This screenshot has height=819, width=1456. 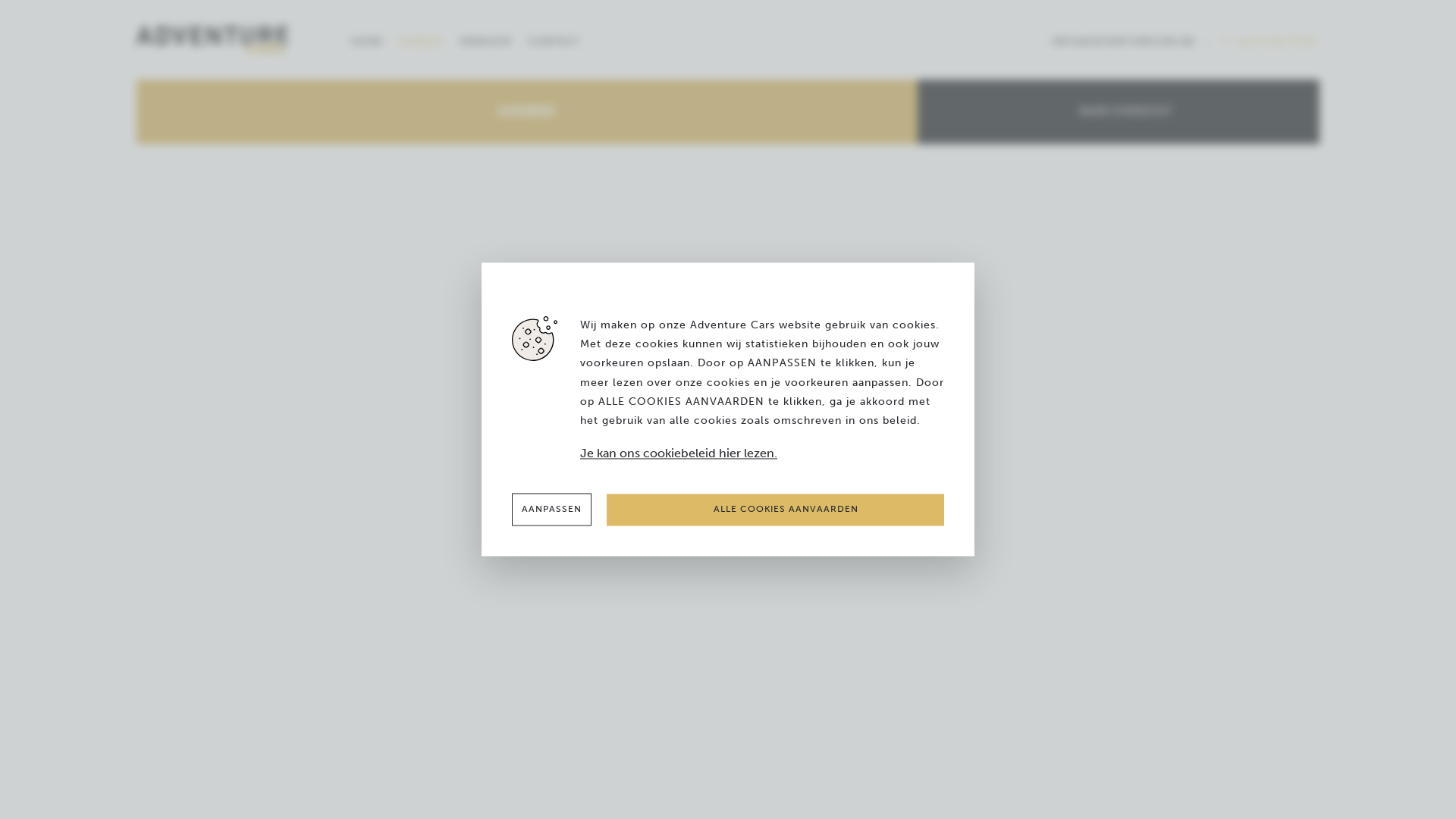 I want to click on 'AANPASSEN', so click(x=512, y=509).